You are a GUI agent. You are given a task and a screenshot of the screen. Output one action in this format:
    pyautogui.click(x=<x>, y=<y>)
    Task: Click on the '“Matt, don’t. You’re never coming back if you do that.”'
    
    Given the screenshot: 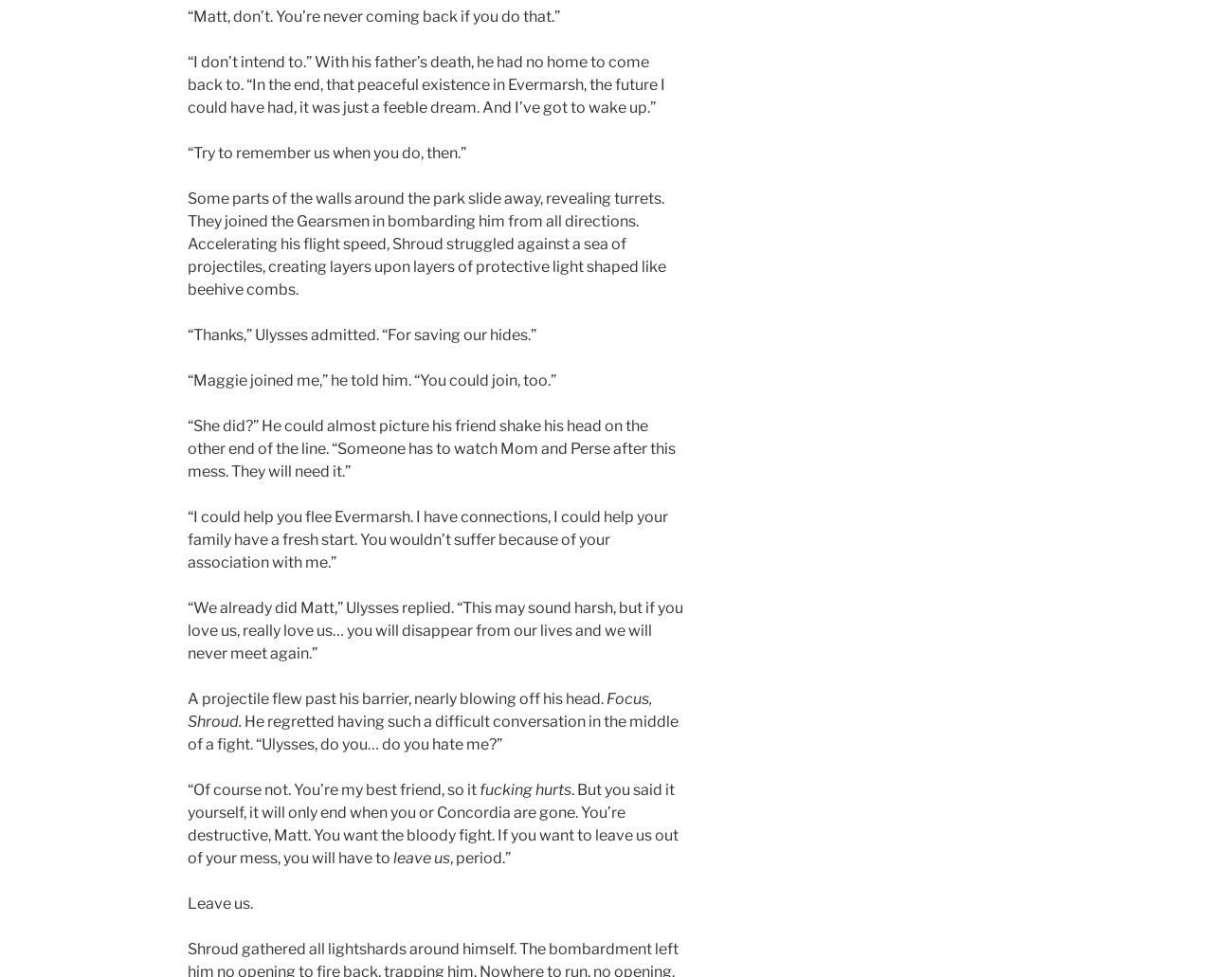 What is the action you would take?
    pyautogui.click(x=373, y=16)
    